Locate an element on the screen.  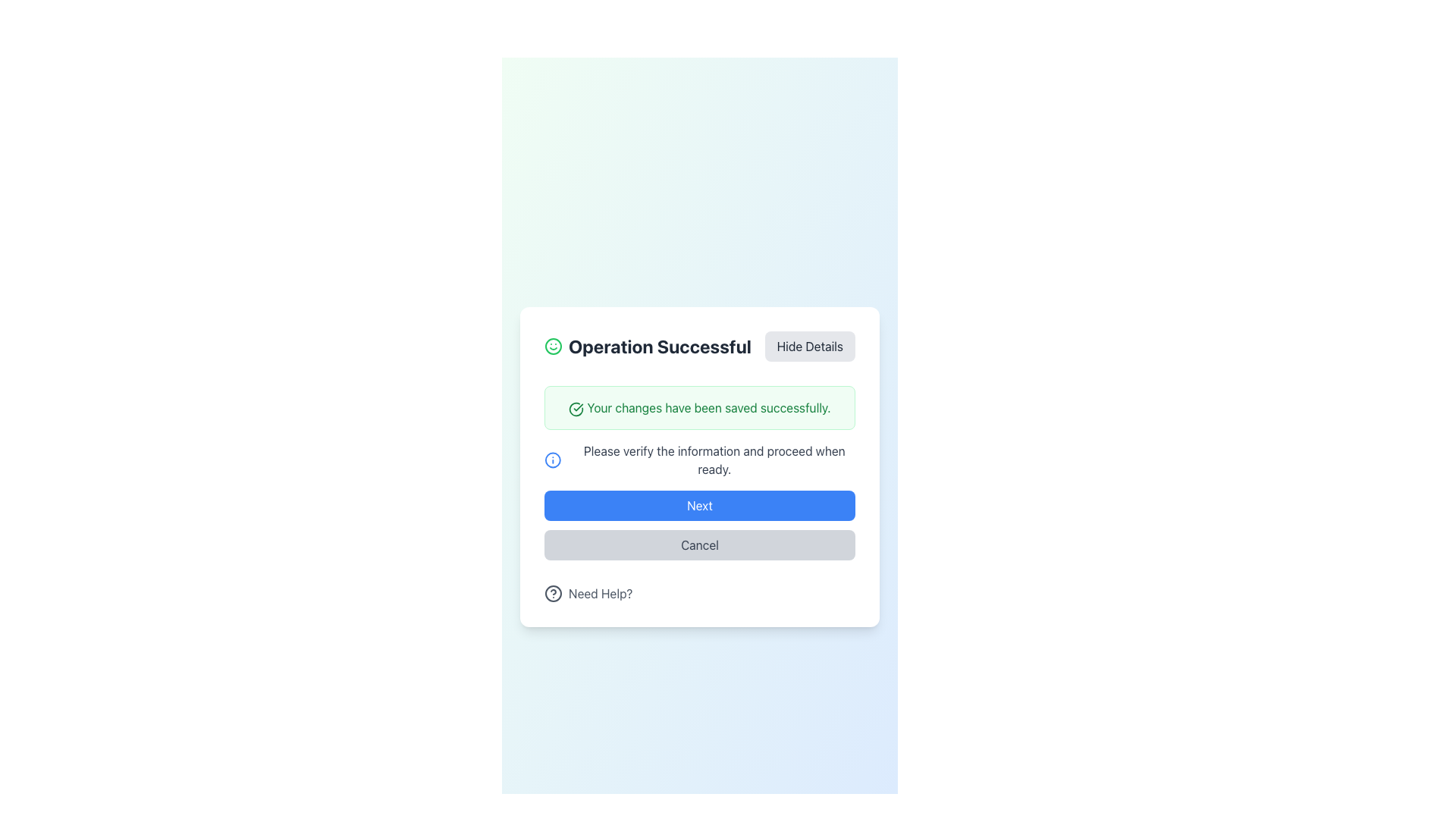
the circular graphical shape within the SVG, which is centrally located in the inner message box and features a solid outline as part of an icon is located at coordinates (552, 459).